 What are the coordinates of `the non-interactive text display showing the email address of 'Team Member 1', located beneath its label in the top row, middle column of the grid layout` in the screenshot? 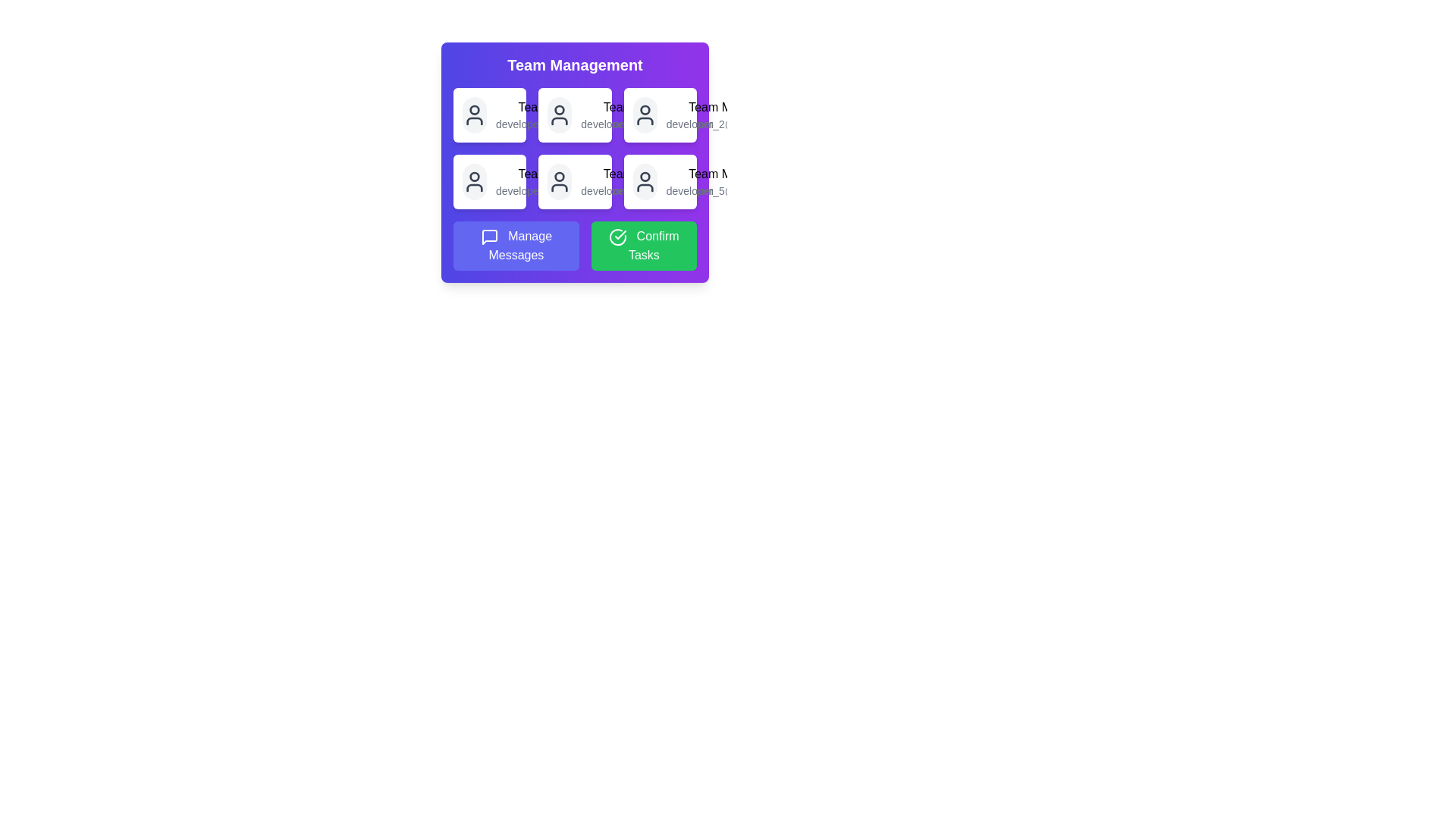 It's located at (561, 124).